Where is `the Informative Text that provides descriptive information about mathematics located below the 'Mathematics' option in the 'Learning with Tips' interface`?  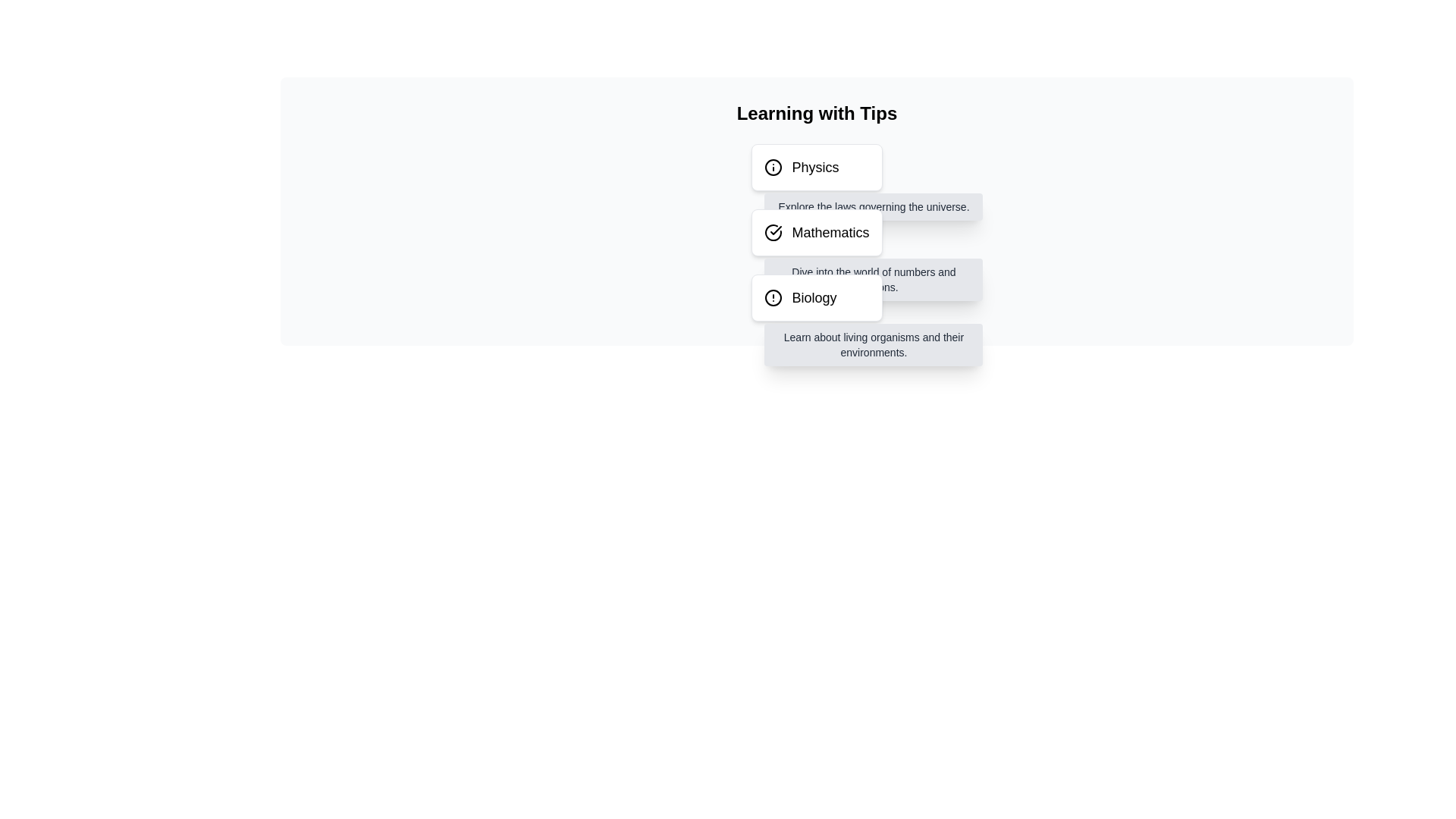 the Informative Text that provides descriptive information about mathematics located below the 'Mathematics' option in the 'Learning with Tips' interface is located at coordinates (874, 280).